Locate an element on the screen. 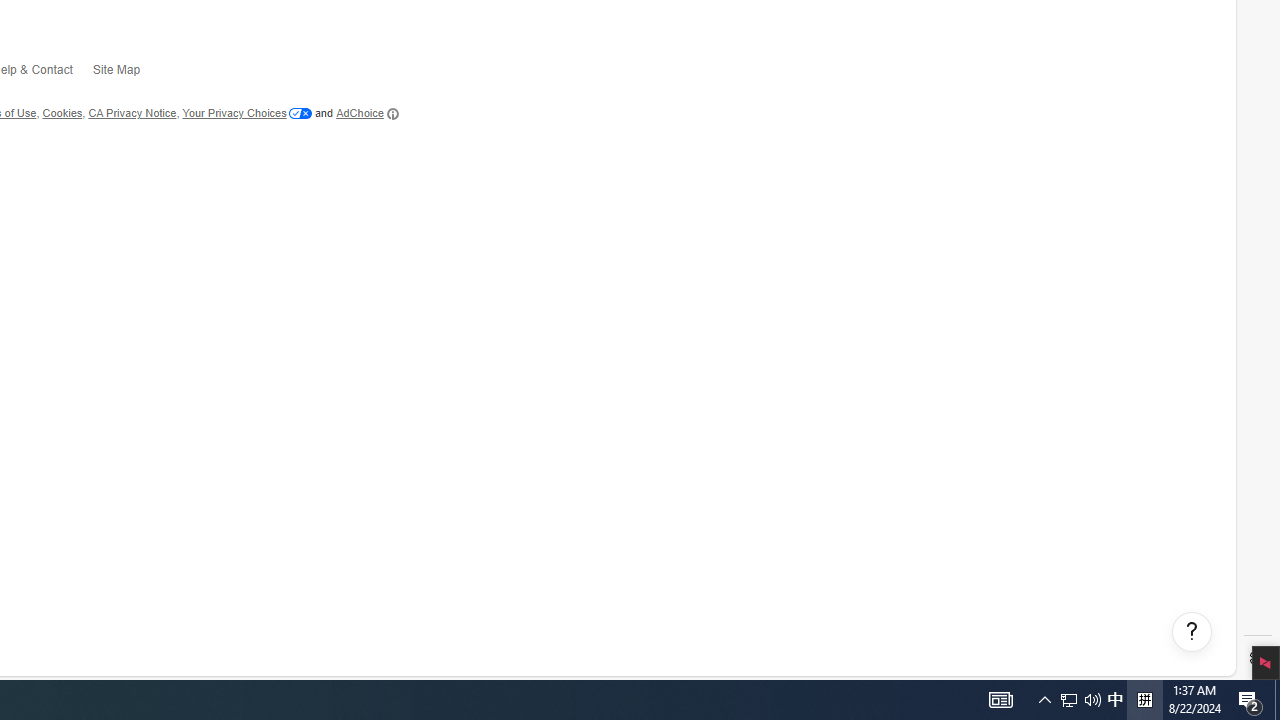  'Help, opens dialogs' is located at coordinates (1191, 632).